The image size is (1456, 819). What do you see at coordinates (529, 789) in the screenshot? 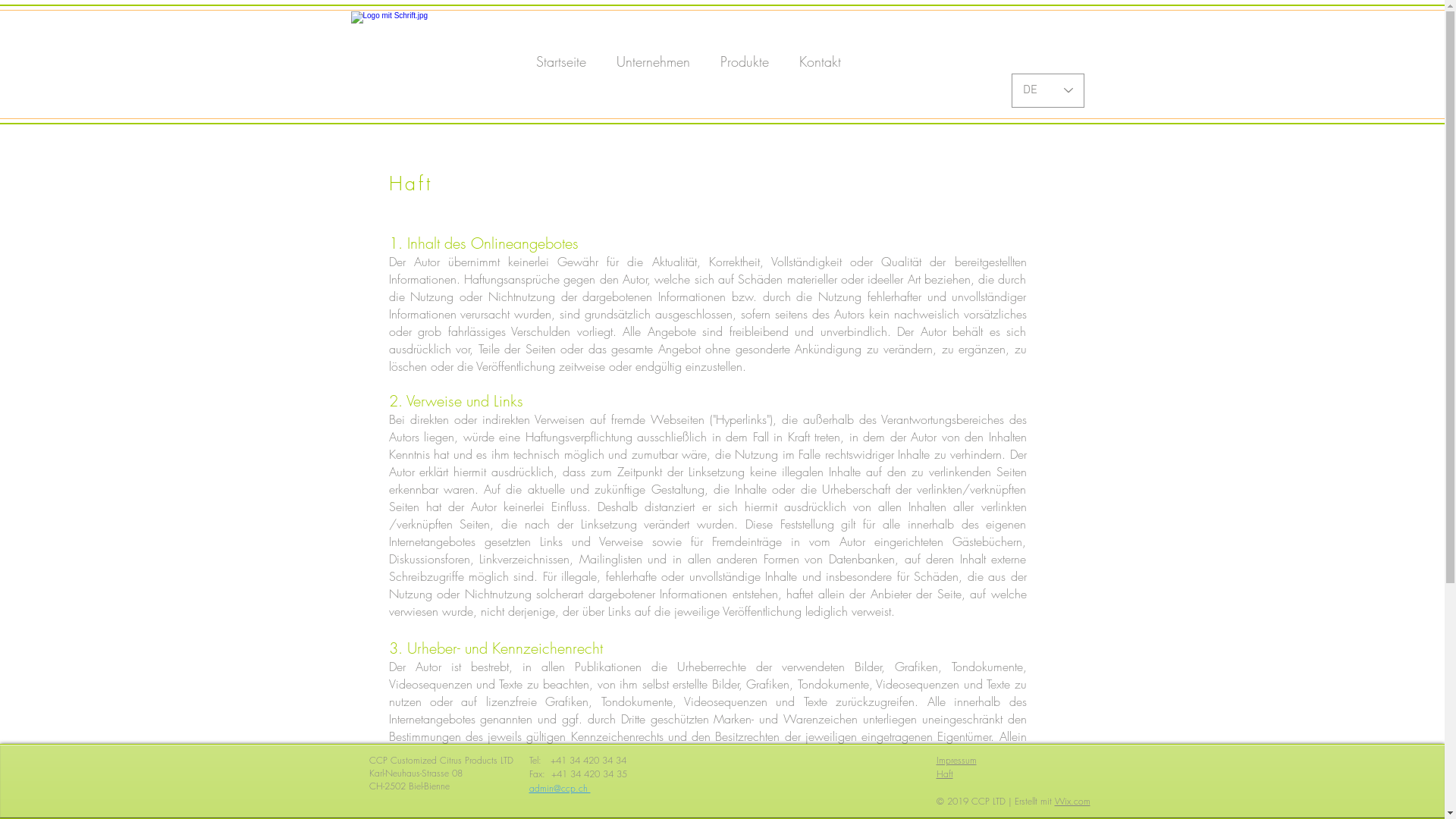
I see `'admin@ccp.ch '` at bounding box center [529, 789].